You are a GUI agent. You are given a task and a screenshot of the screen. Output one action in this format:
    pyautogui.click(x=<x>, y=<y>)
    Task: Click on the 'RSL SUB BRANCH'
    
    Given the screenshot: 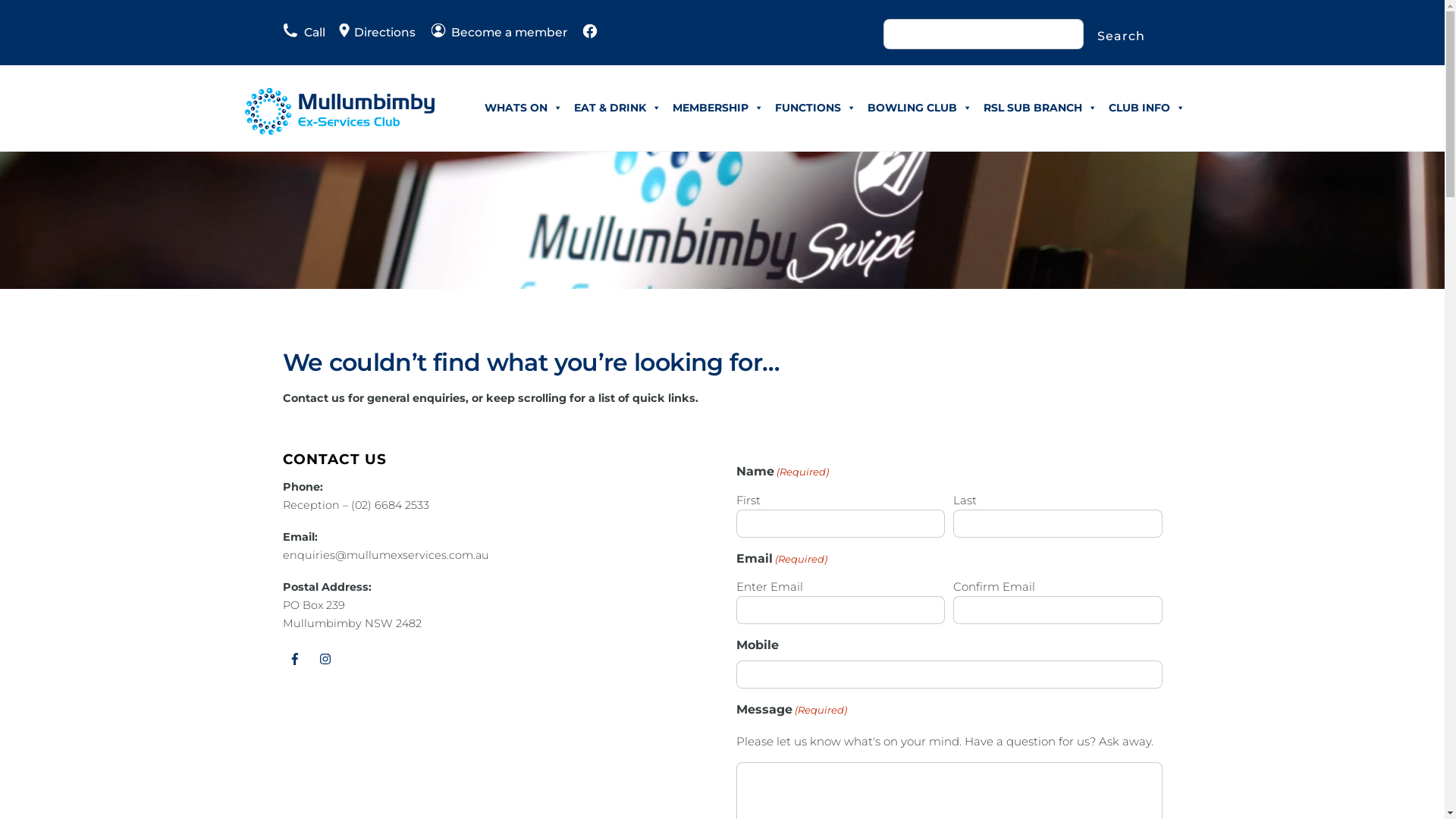 What is the action you would take?
    pyautogui.click(x=1040, y=107)
    